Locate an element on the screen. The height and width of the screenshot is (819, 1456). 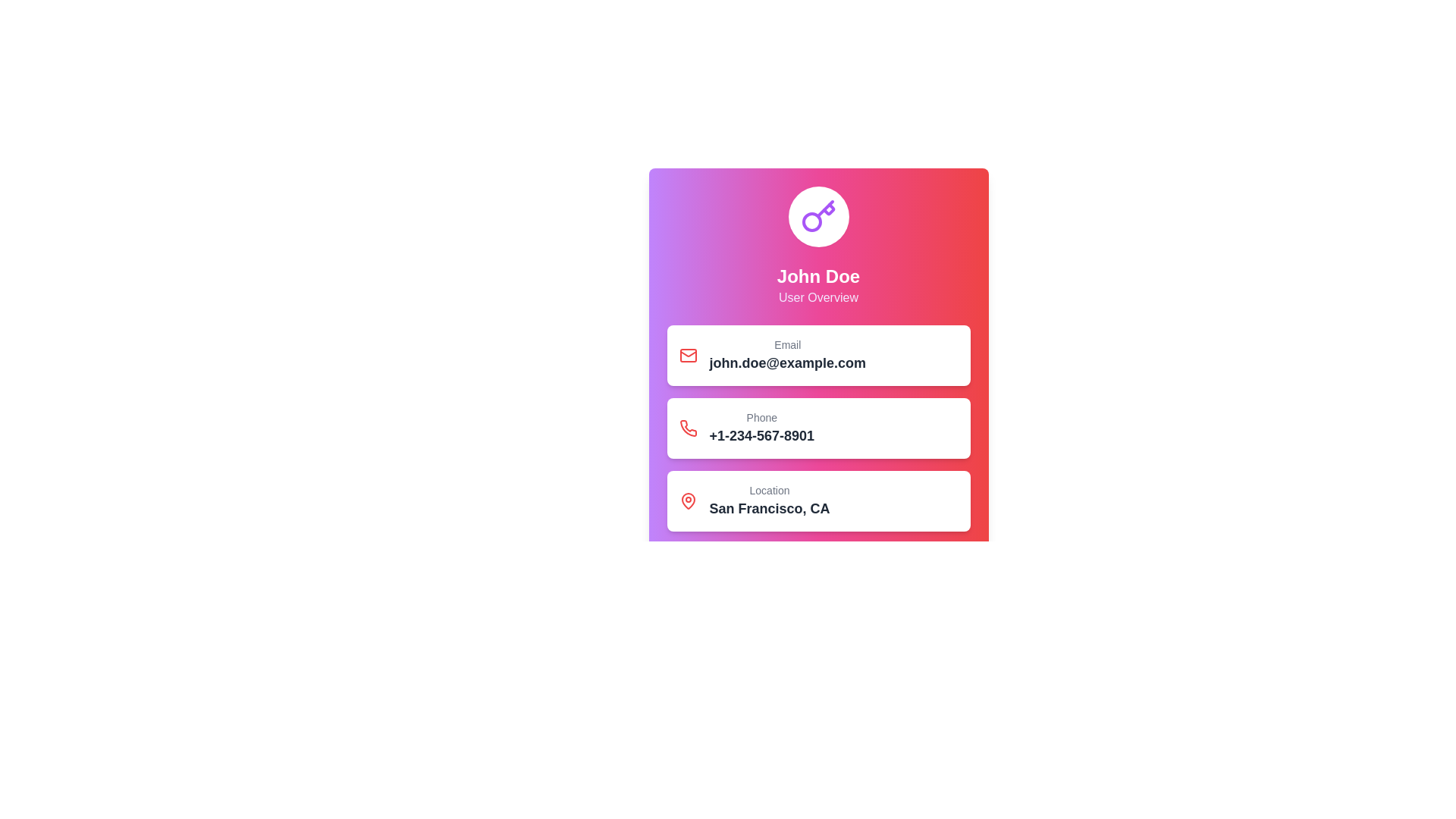
the phone icon in the user profile card, which is the second icon in a vertical sequence located above the phone number '+1-234-567-8901' is located at coordinates (687, 428).